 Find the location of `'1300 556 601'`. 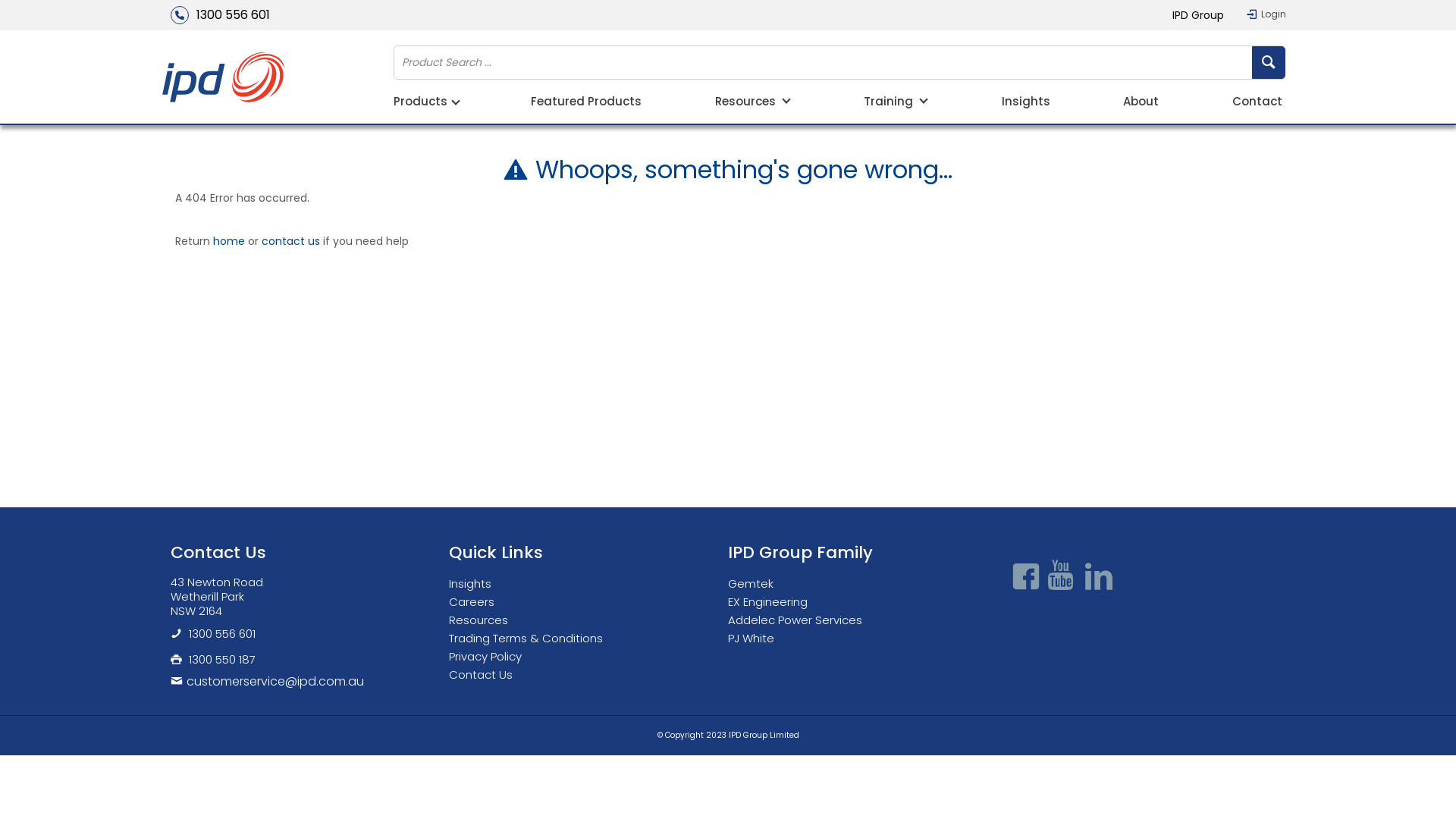

'1300 556 601' is located at coordinates (170, 14).